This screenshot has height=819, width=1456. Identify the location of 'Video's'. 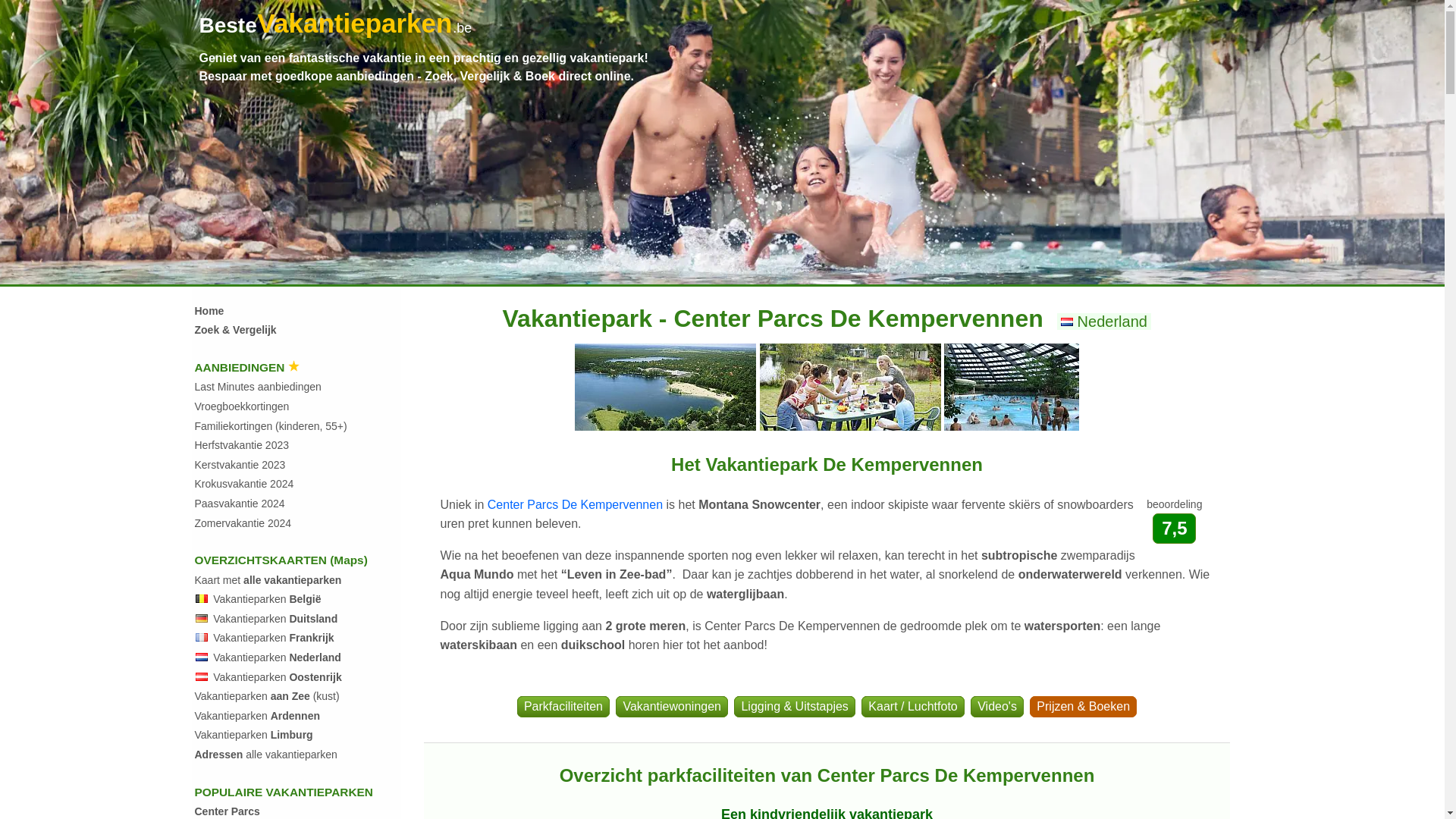
(997, 707).